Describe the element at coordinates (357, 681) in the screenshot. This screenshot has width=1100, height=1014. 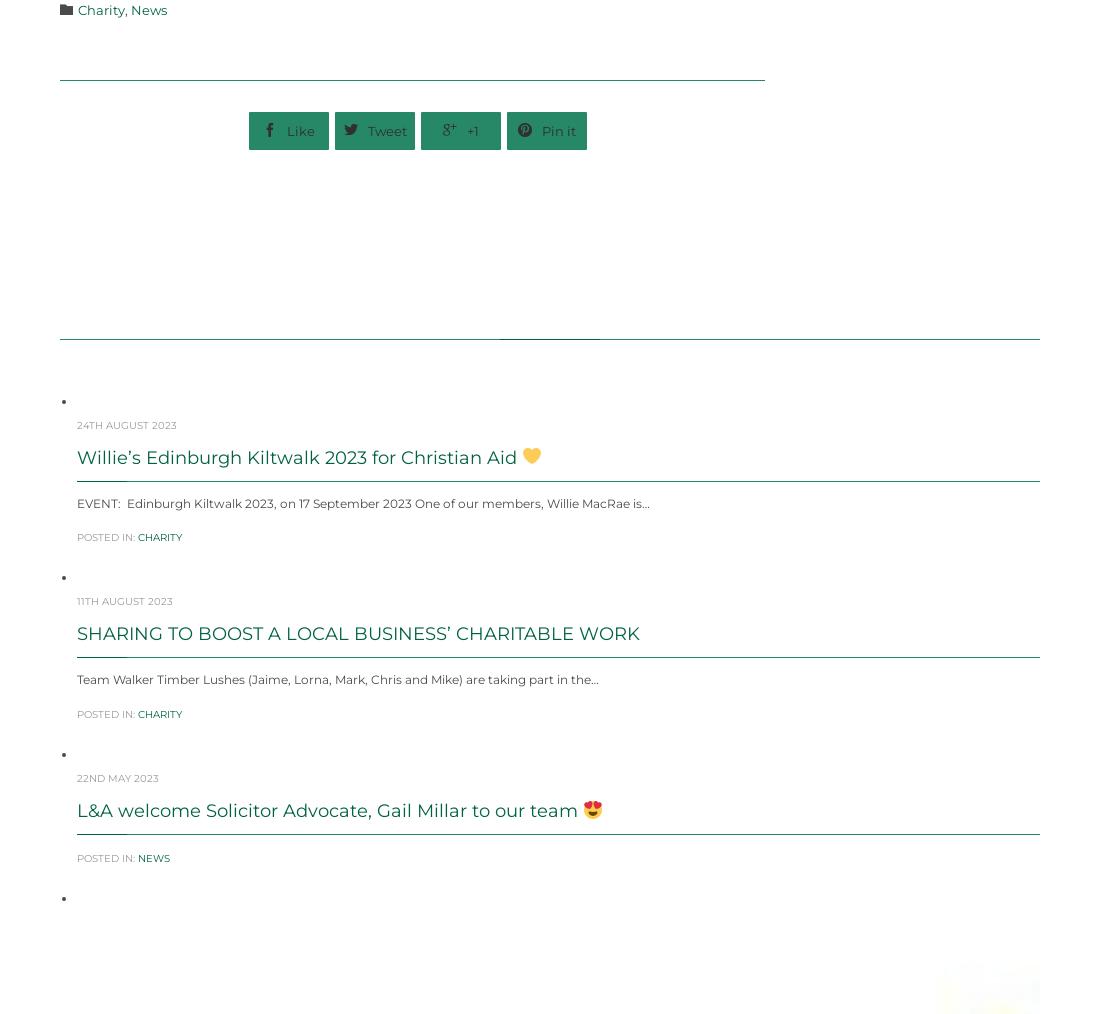
I see `'SHARING TO BOOST A LOCAL BUSINESS’ CHARITABLE WORK'` at that location.